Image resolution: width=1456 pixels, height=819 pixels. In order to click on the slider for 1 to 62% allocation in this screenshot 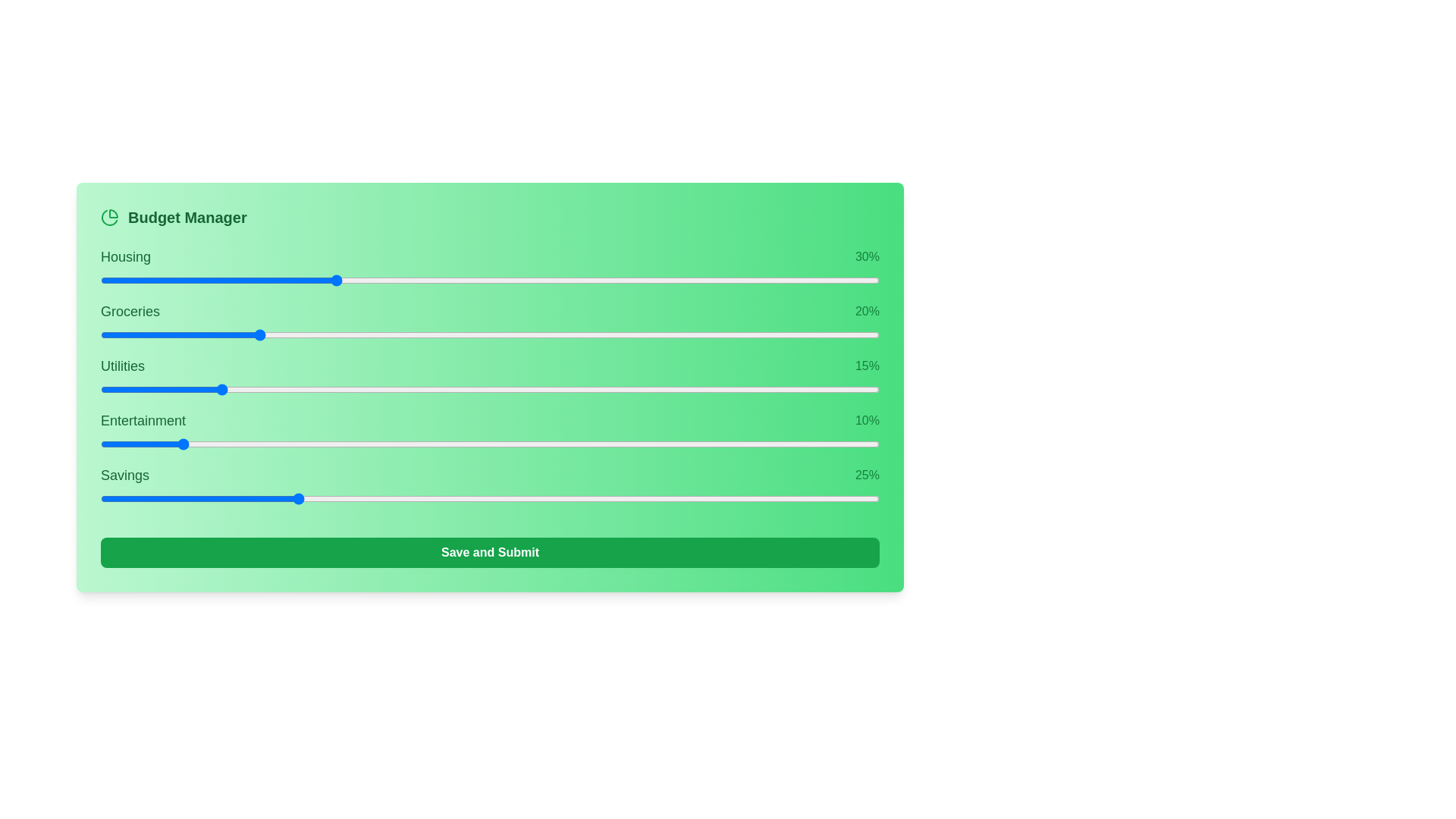, I will do `click(731, 334)`.